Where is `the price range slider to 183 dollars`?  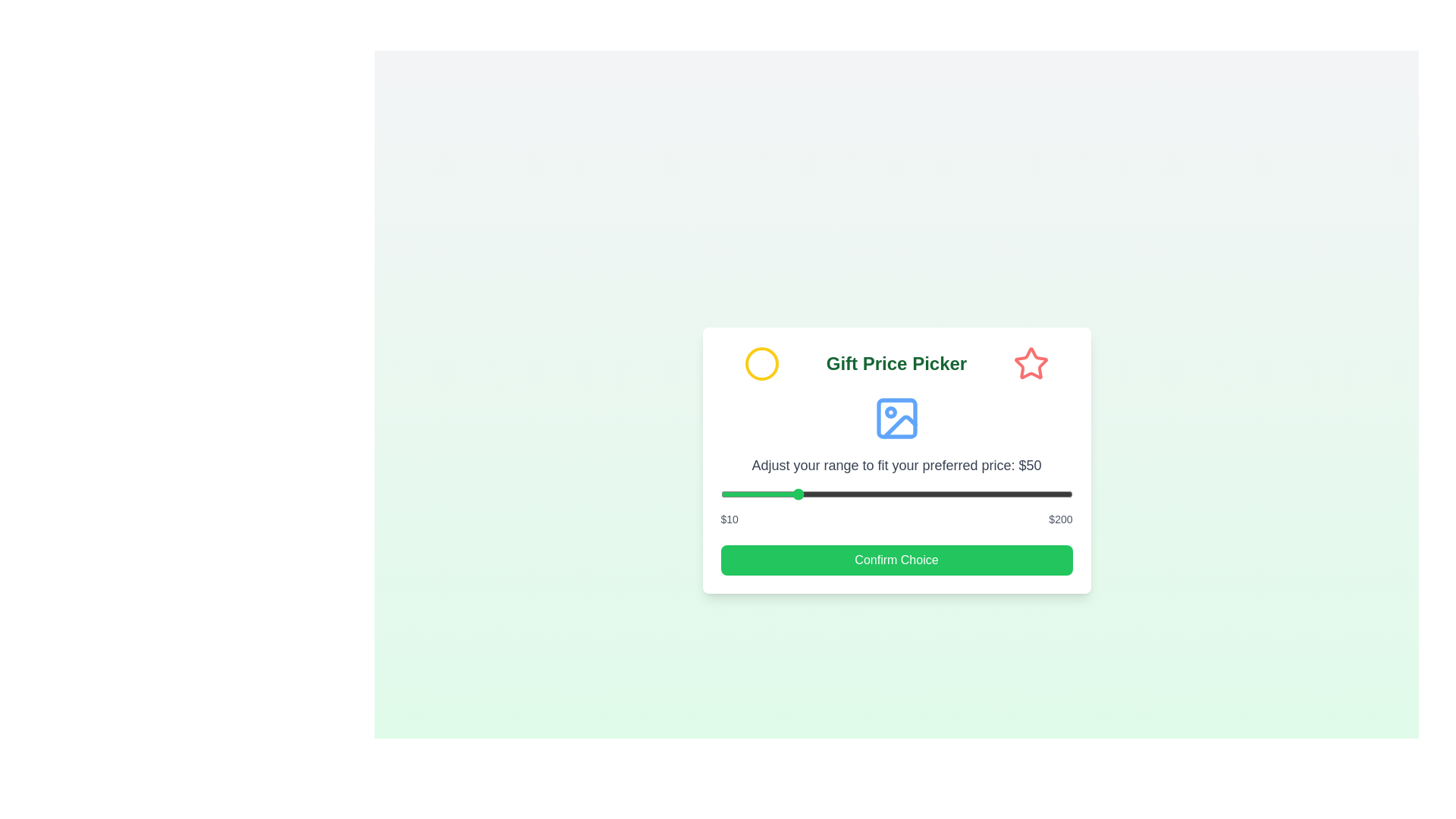
the price range slider to 183 dollars is located at coordinates (1040, 494).